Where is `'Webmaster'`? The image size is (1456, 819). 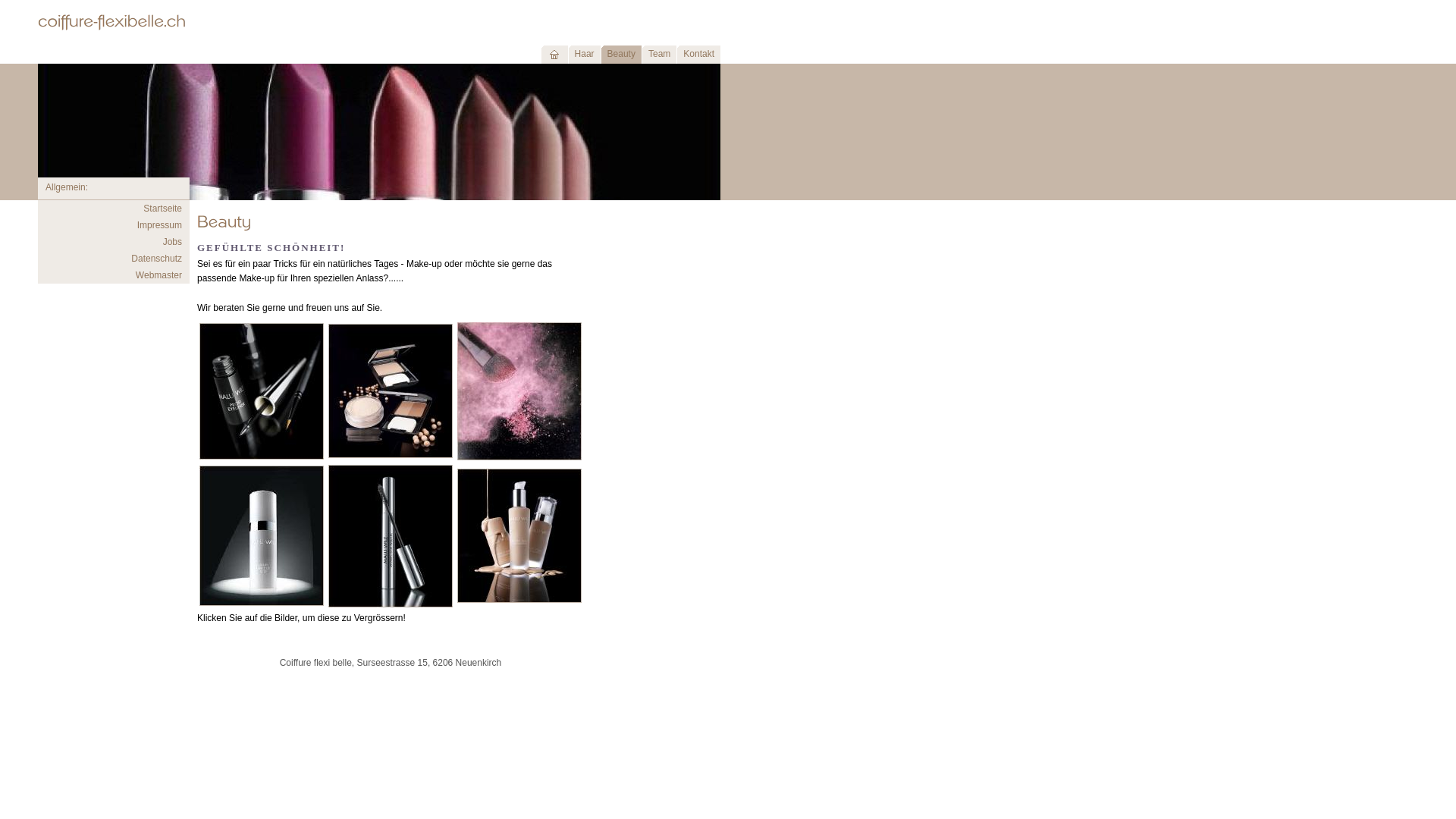 'Webmaster' is located at coordinates (135, 275).